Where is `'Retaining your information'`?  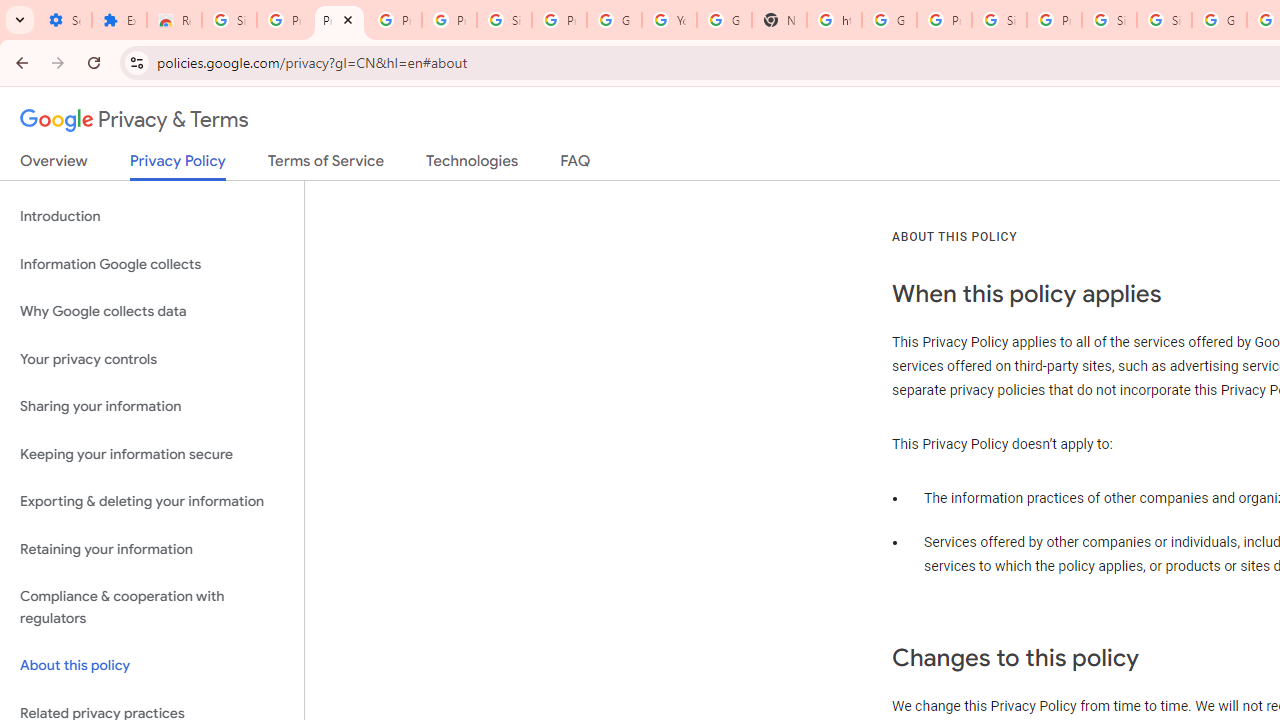 'Retaining your information' is located at coordinates (151, 549).